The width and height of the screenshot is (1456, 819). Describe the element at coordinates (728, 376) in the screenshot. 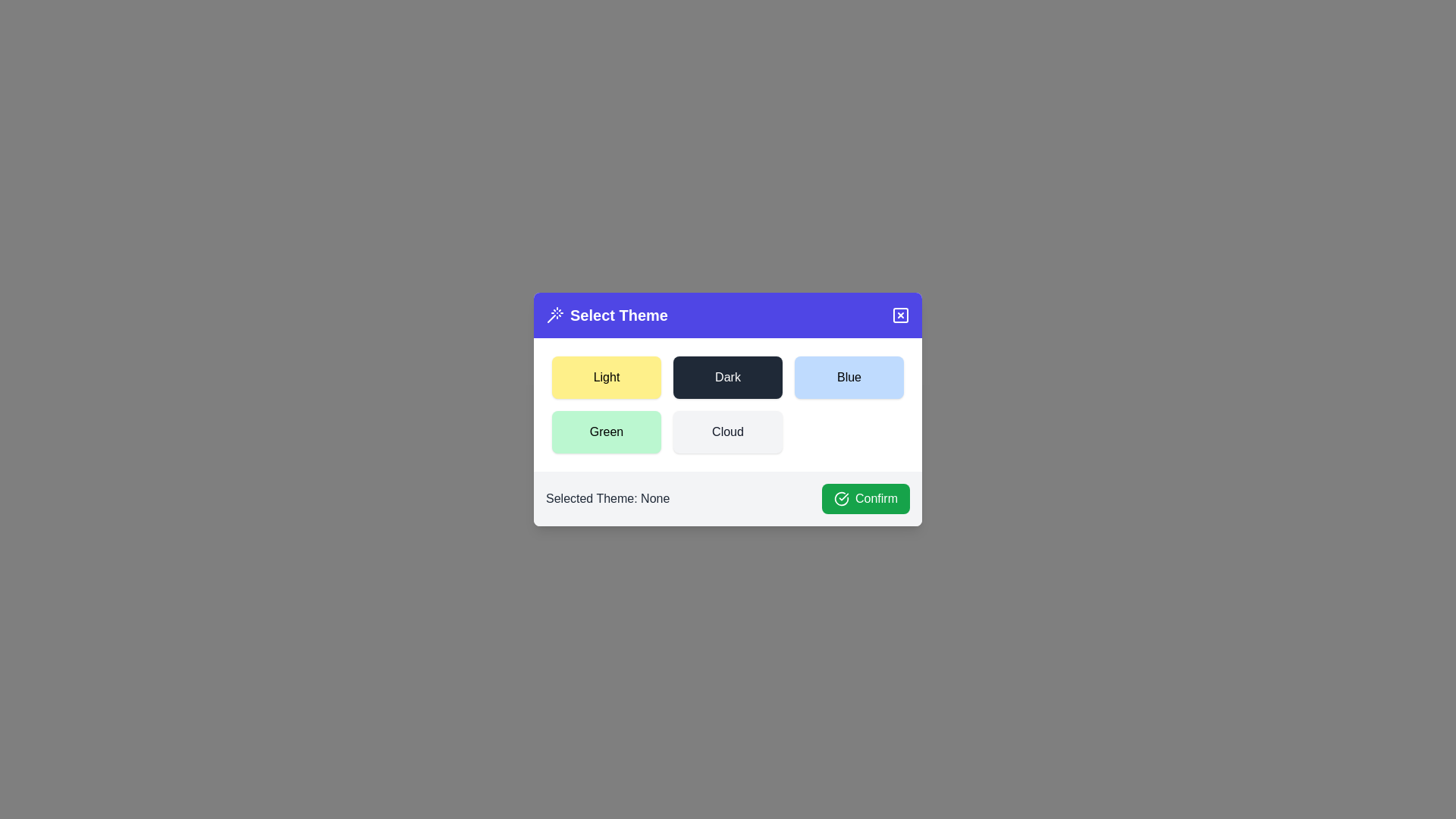

I see `the theme Dark from the available options` at that location.